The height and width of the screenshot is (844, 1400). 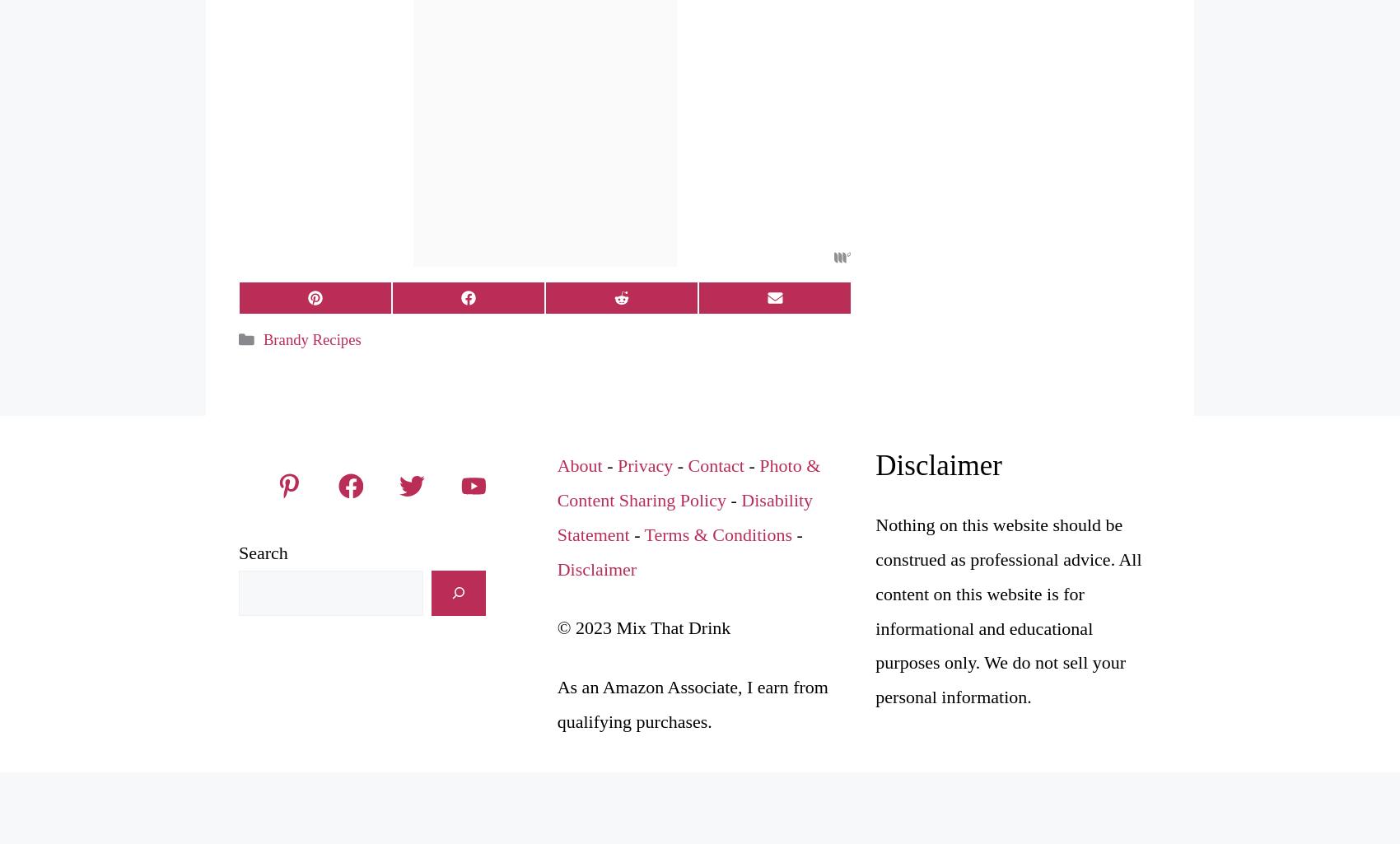 What do you see at coordinates (263, 552) in the screenshot?
I see `'Search'` at bounding box center [263, 552].